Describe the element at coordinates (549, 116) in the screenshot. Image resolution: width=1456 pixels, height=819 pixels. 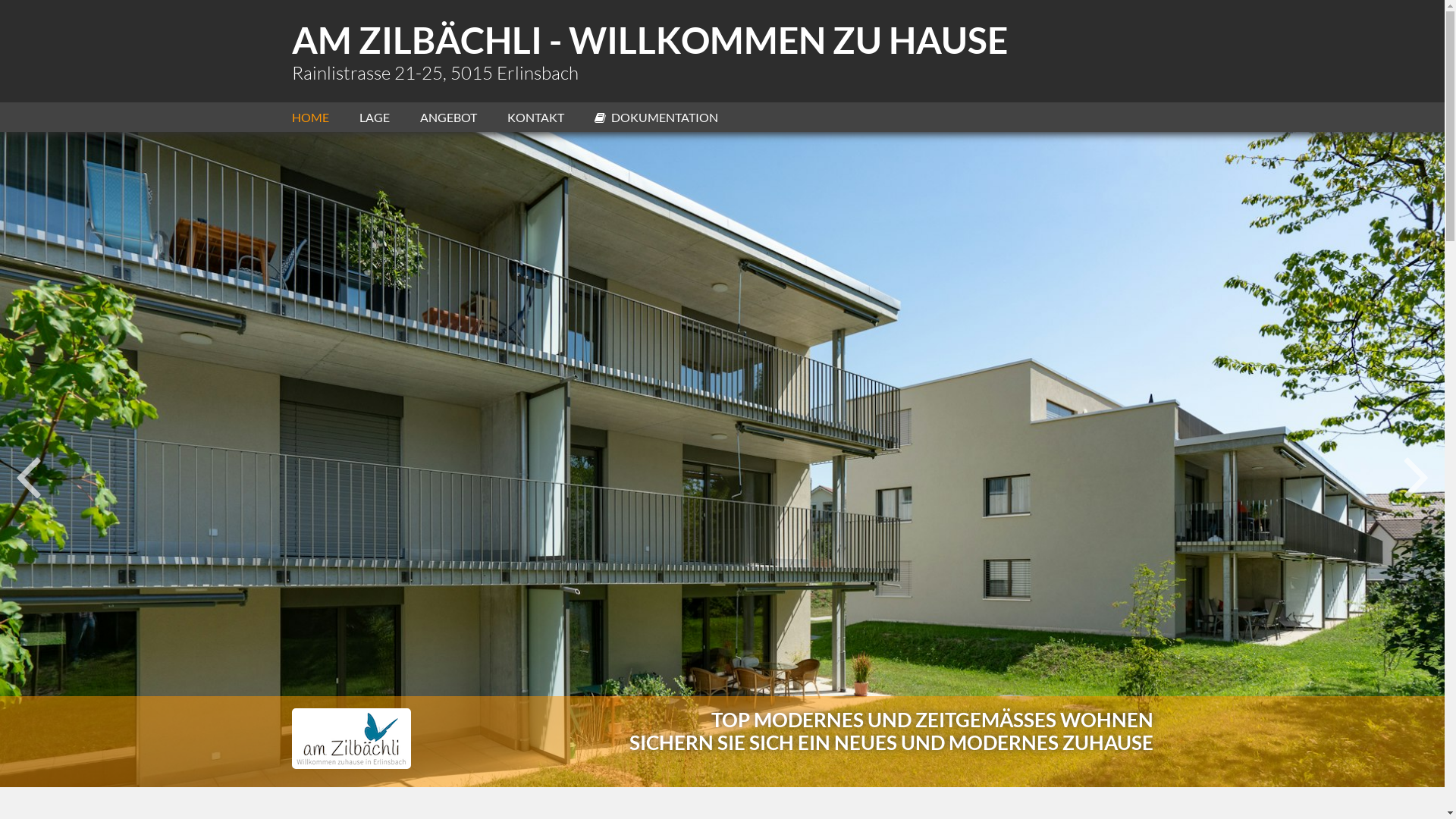
I see `'KONTAKT'` at that location.